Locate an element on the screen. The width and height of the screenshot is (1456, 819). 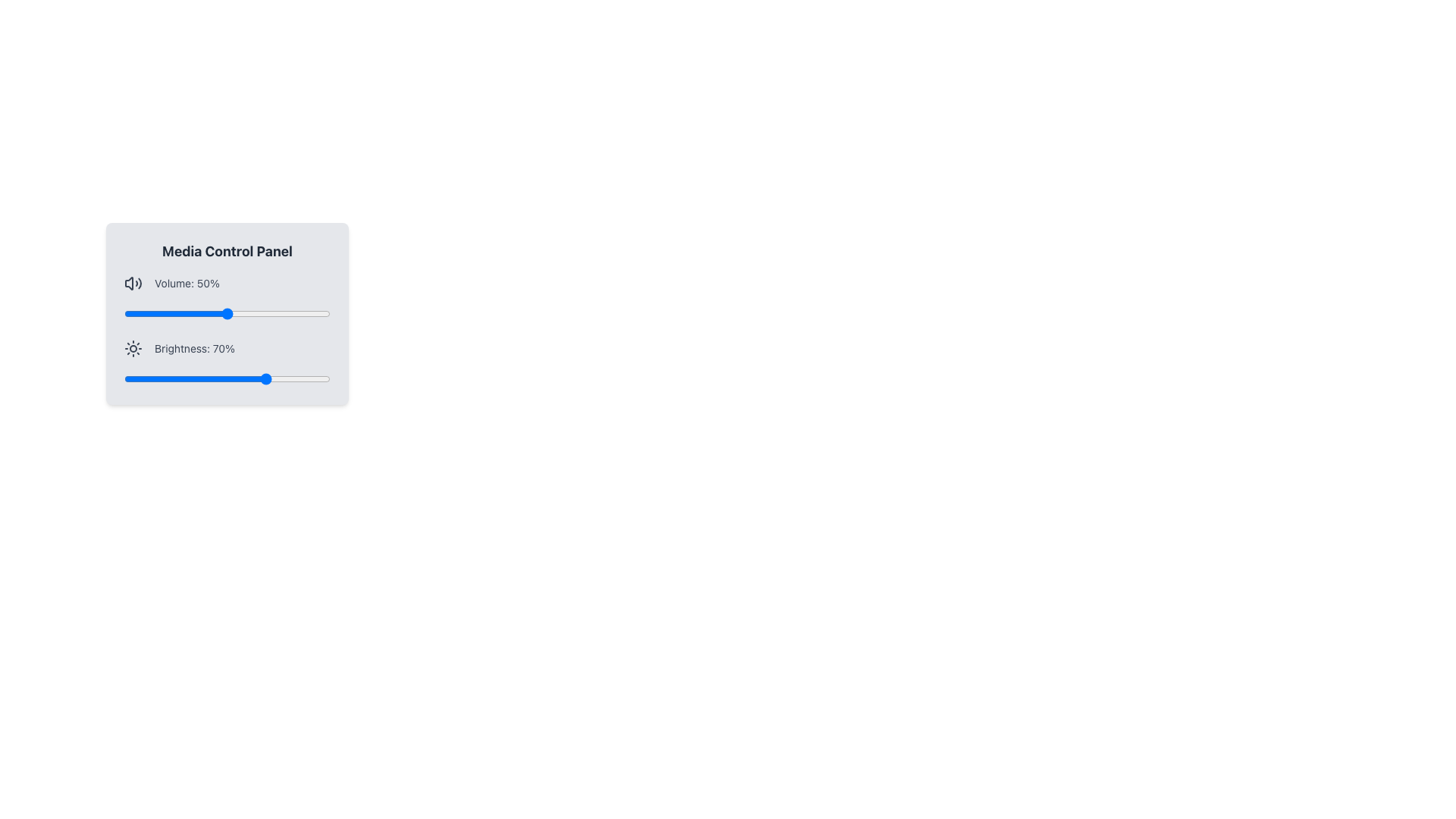
the speaker icon with sound waves next to the label 'Volume: 50%' on the media control panel is located at coordinates (133, 284).